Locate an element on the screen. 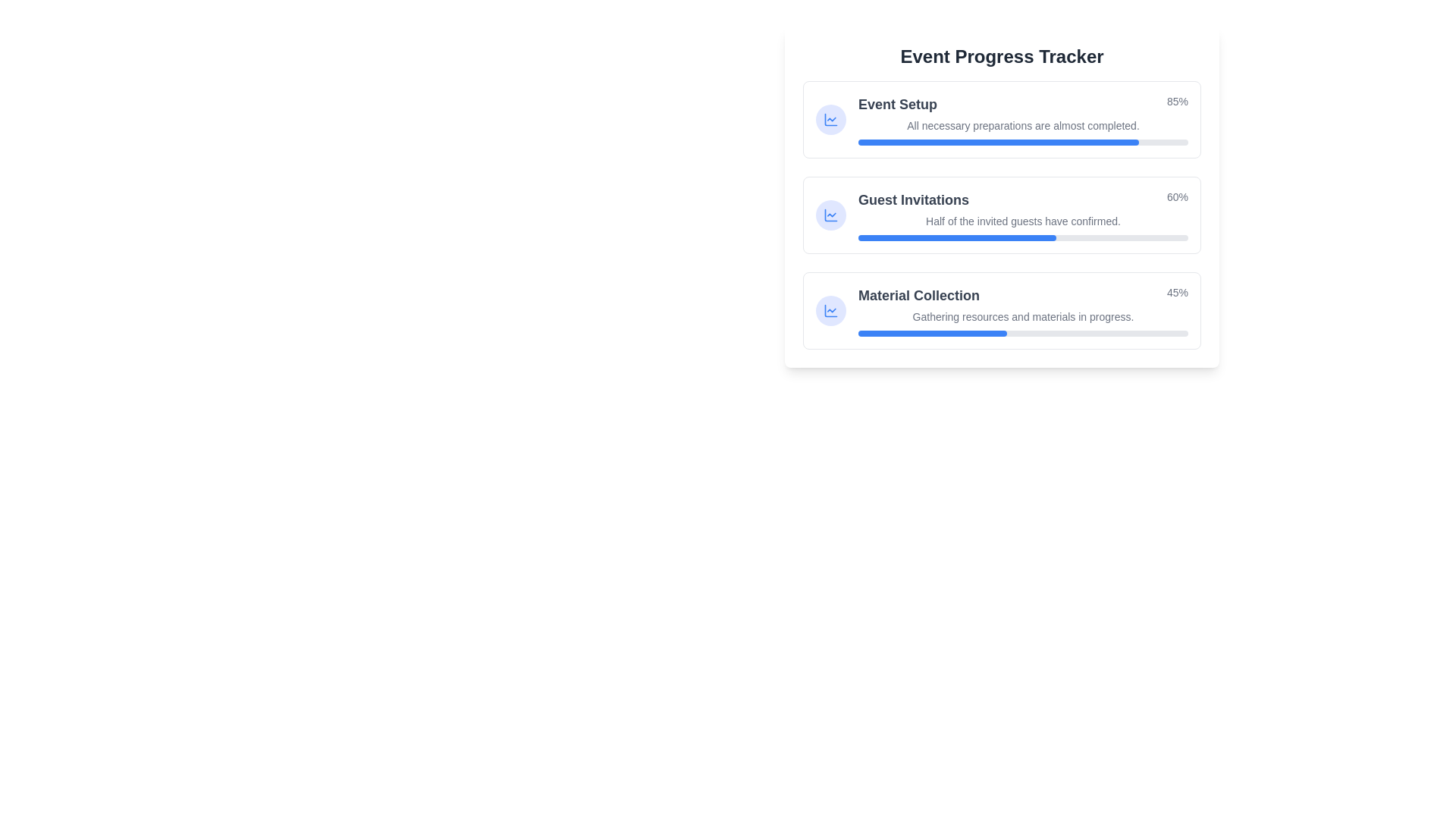 This screenshot has height=819, width=1456. the Progress indicator for 'Event Setup' that shows 85% completion, located at the top of the Event Progress Tracker is located at coordinates (1023, 104).